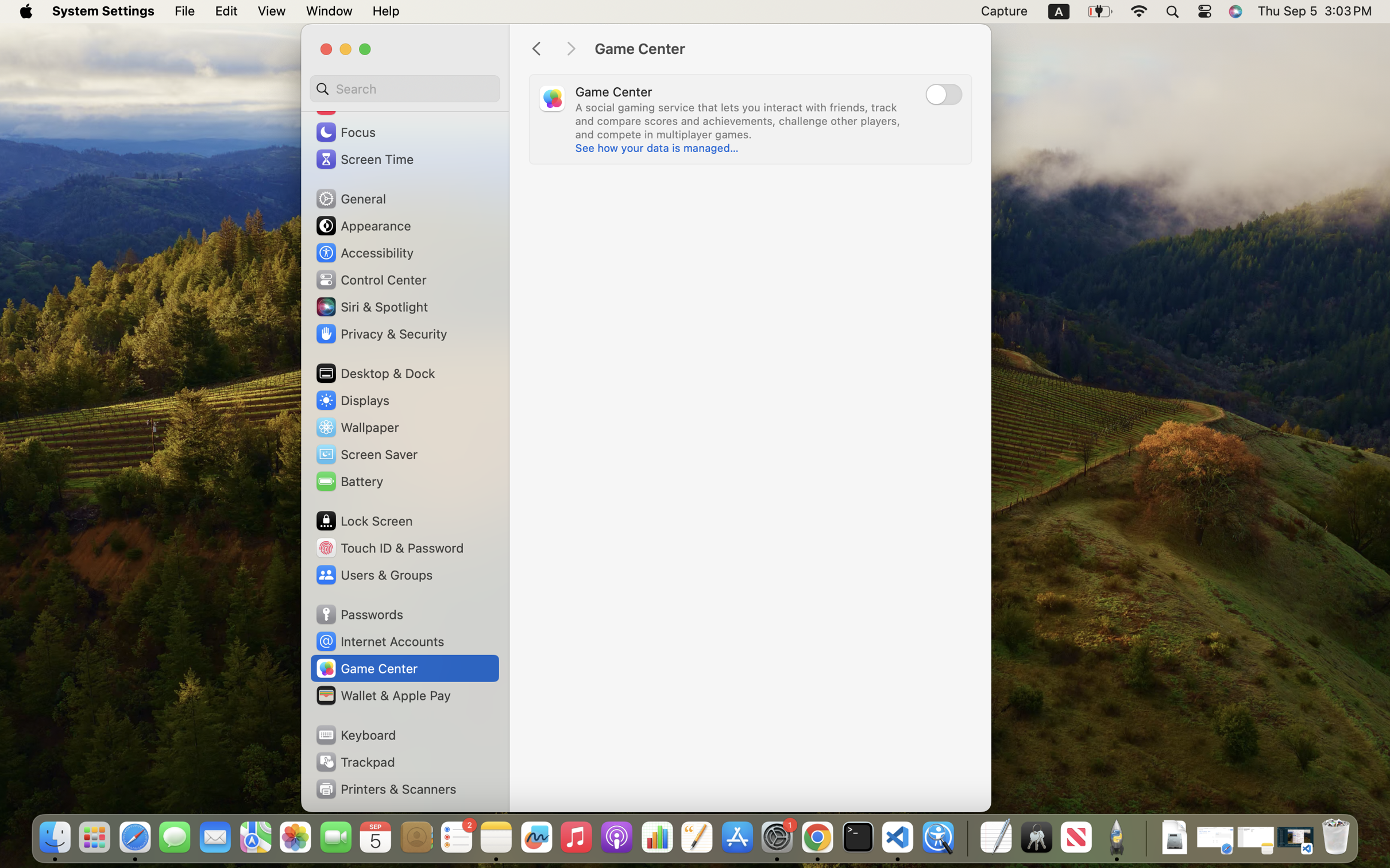  What do you see at coordinates (357, 427) in the screenshot?
I see `'Wallpaper'` at bounding box center [357, 427].